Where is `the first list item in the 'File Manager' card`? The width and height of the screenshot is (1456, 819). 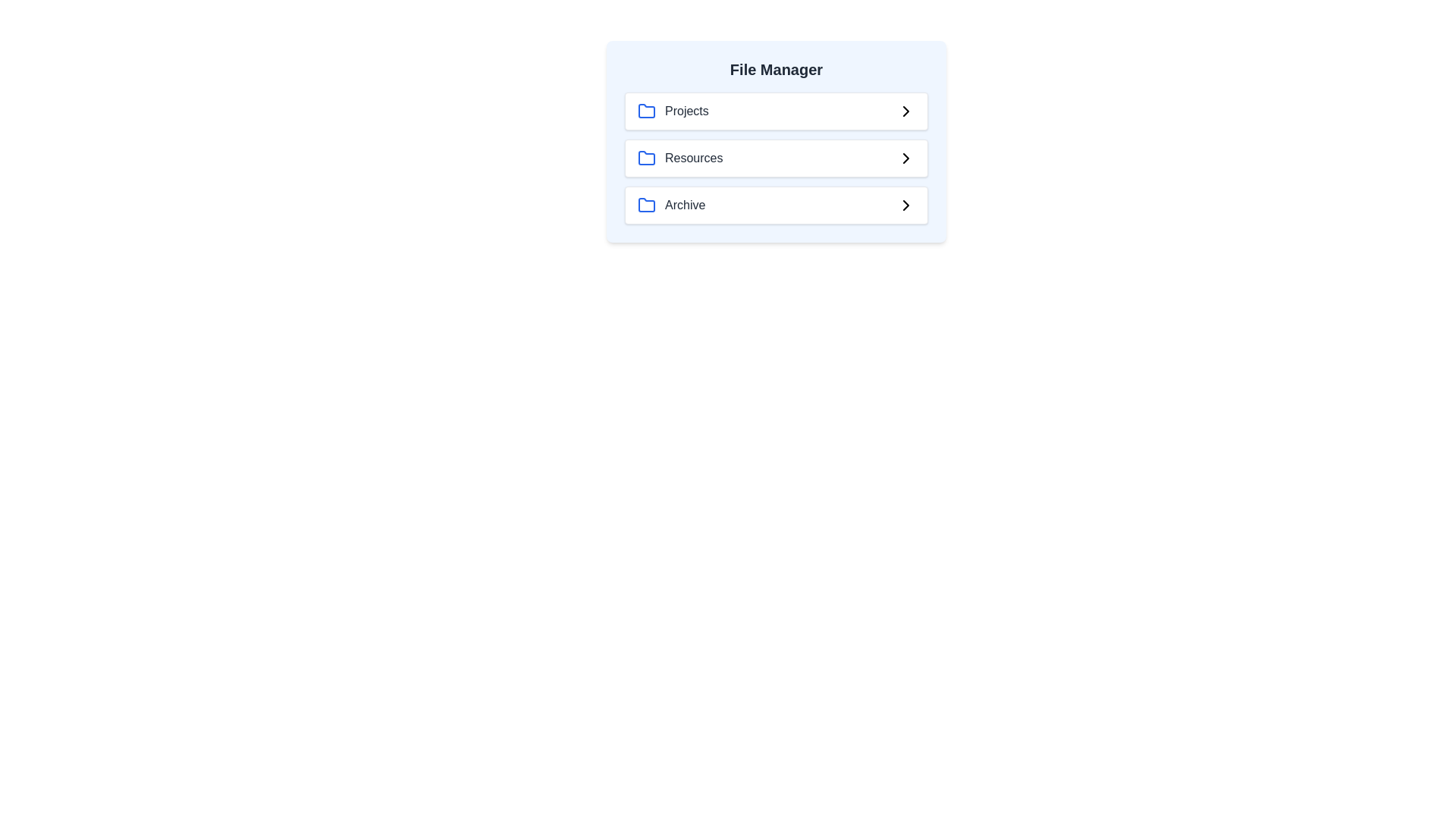 the first list item in the 'File Manager' card is located at coordinates (776, 110).